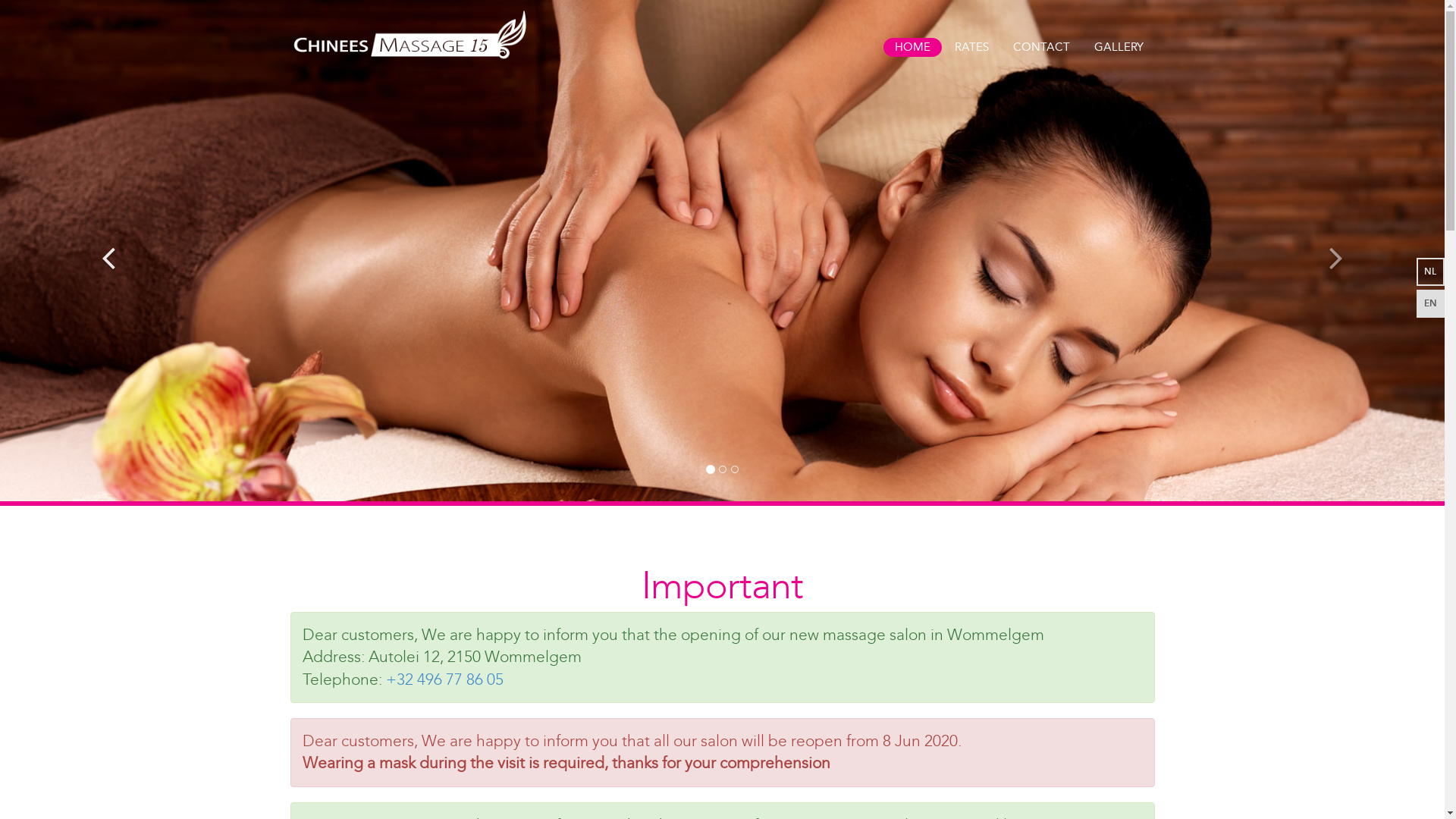 The height and width of the screenshot is (819, 1456). What do you see at coordinates (882, 46) in the screenshot?
I see `'HOME'` at bounding box center [882, 46].